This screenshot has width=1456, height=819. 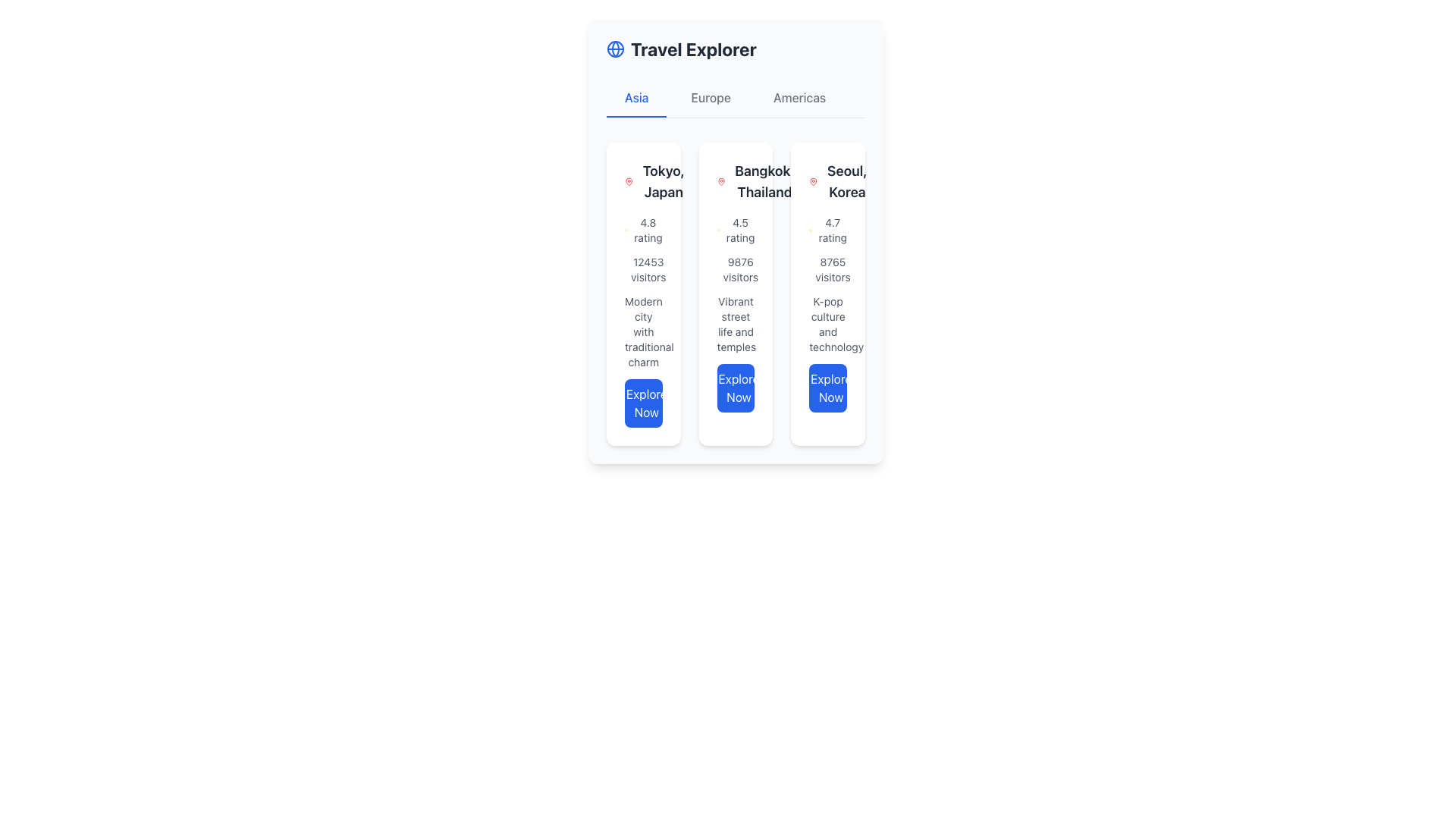 I want to click on the SVG circle graphic located centrally within the Travel Explorer interface, positioned above the Explore Now button for the Seoul, Korea section, so click(x=813, y=391).